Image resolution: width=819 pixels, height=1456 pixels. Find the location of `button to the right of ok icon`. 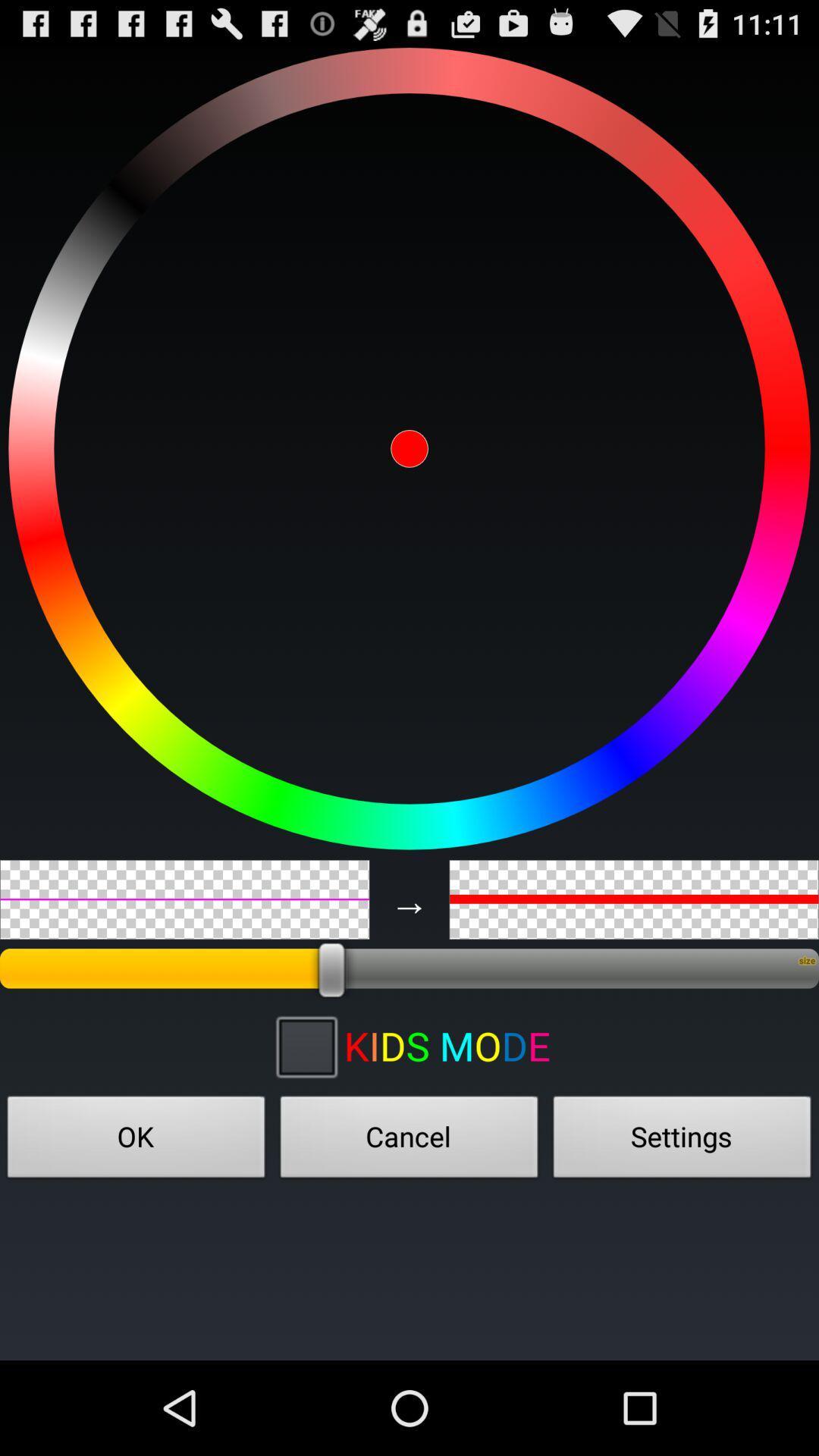

button to the right of ok icon is located at coordinates (409, 1141).